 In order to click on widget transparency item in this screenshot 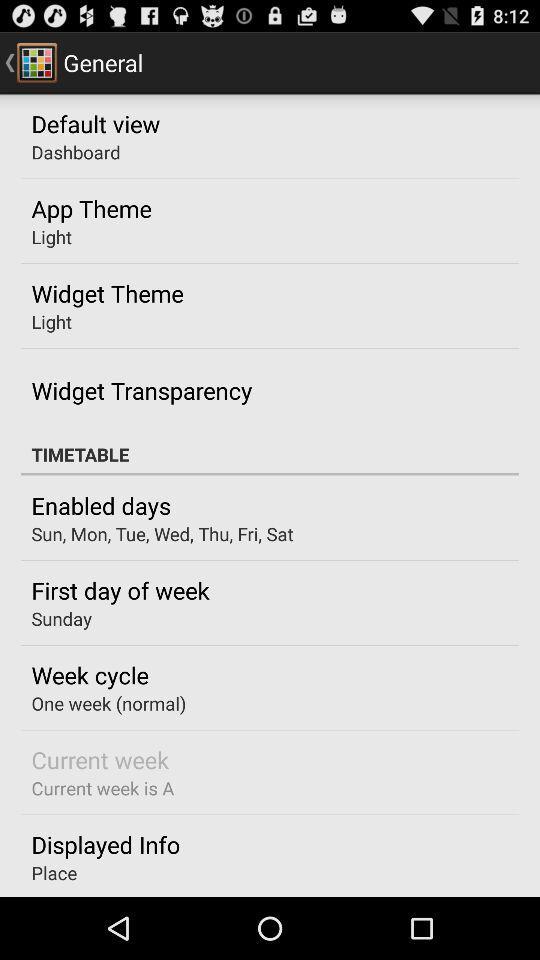, I will do `click(140, 389)`.